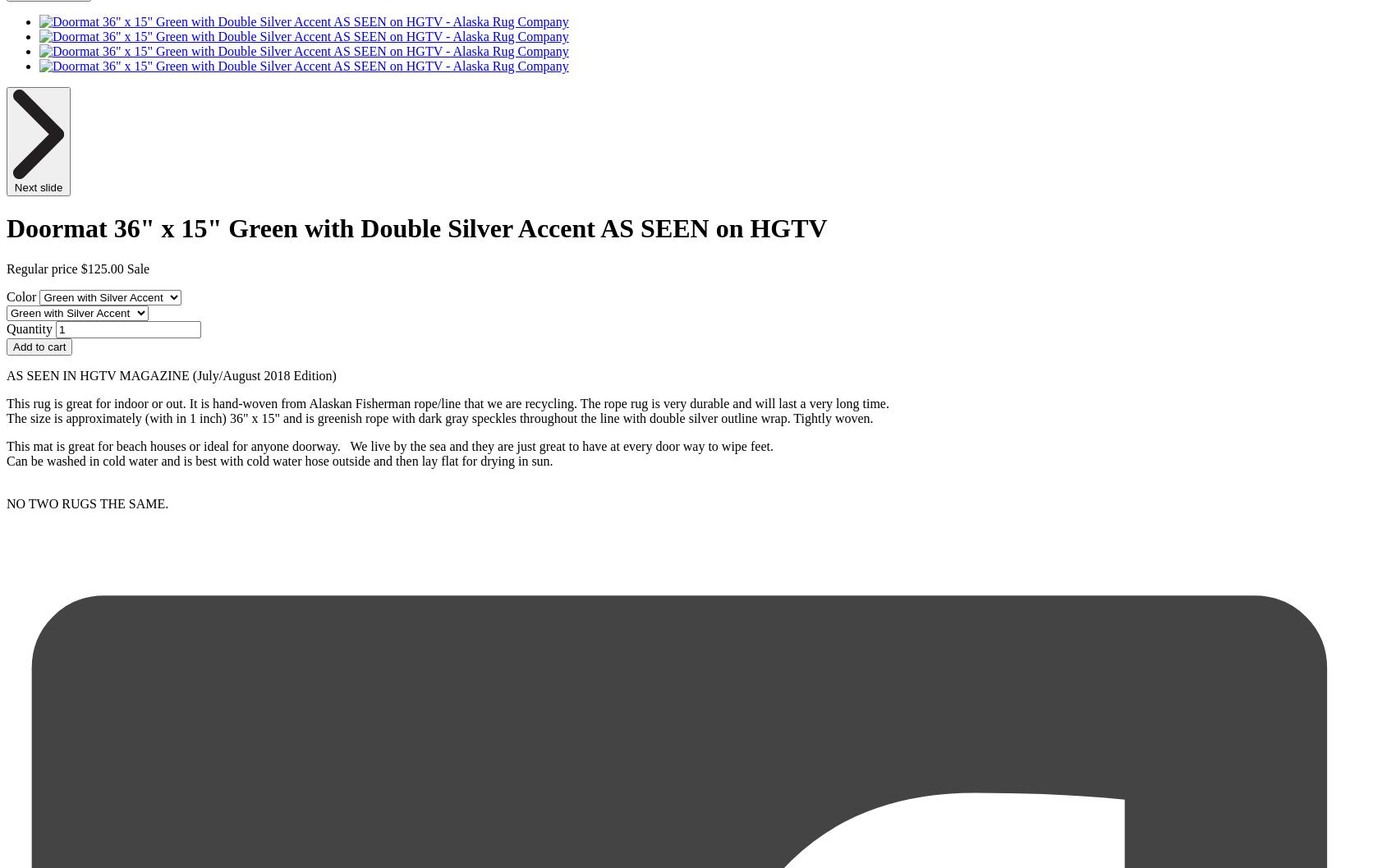 The width and height of the screenshot is (1396, 868). What do you see at coordinates (136, 268) in the screenshot?
I see `'Sale'` at bounding box center [136, 268].